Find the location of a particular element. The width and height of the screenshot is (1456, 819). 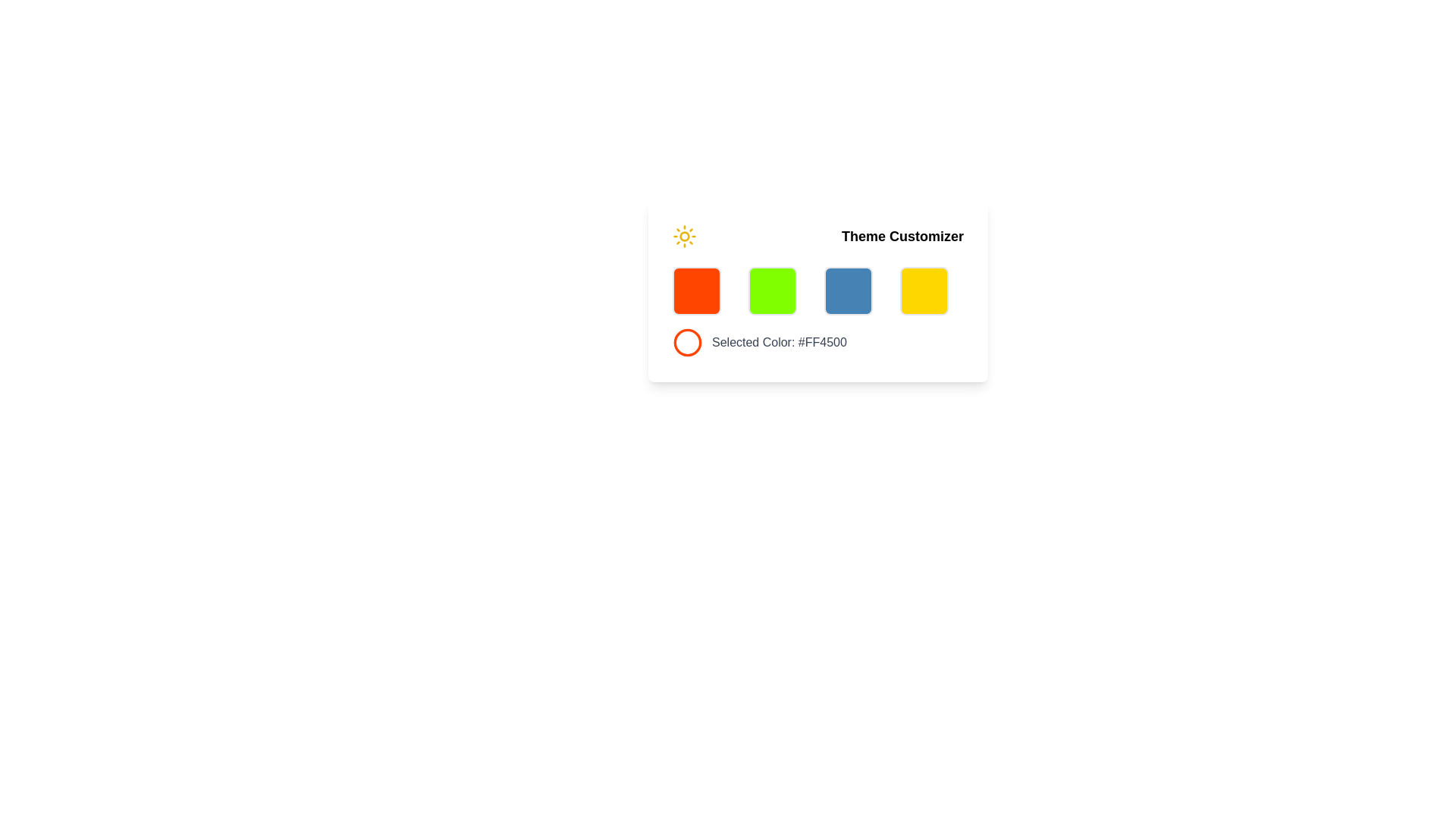

the label displaying 'Selected Color: #FF4500', which is styled in gray and located below a red circular color representation is located at coordinates (779, 342).